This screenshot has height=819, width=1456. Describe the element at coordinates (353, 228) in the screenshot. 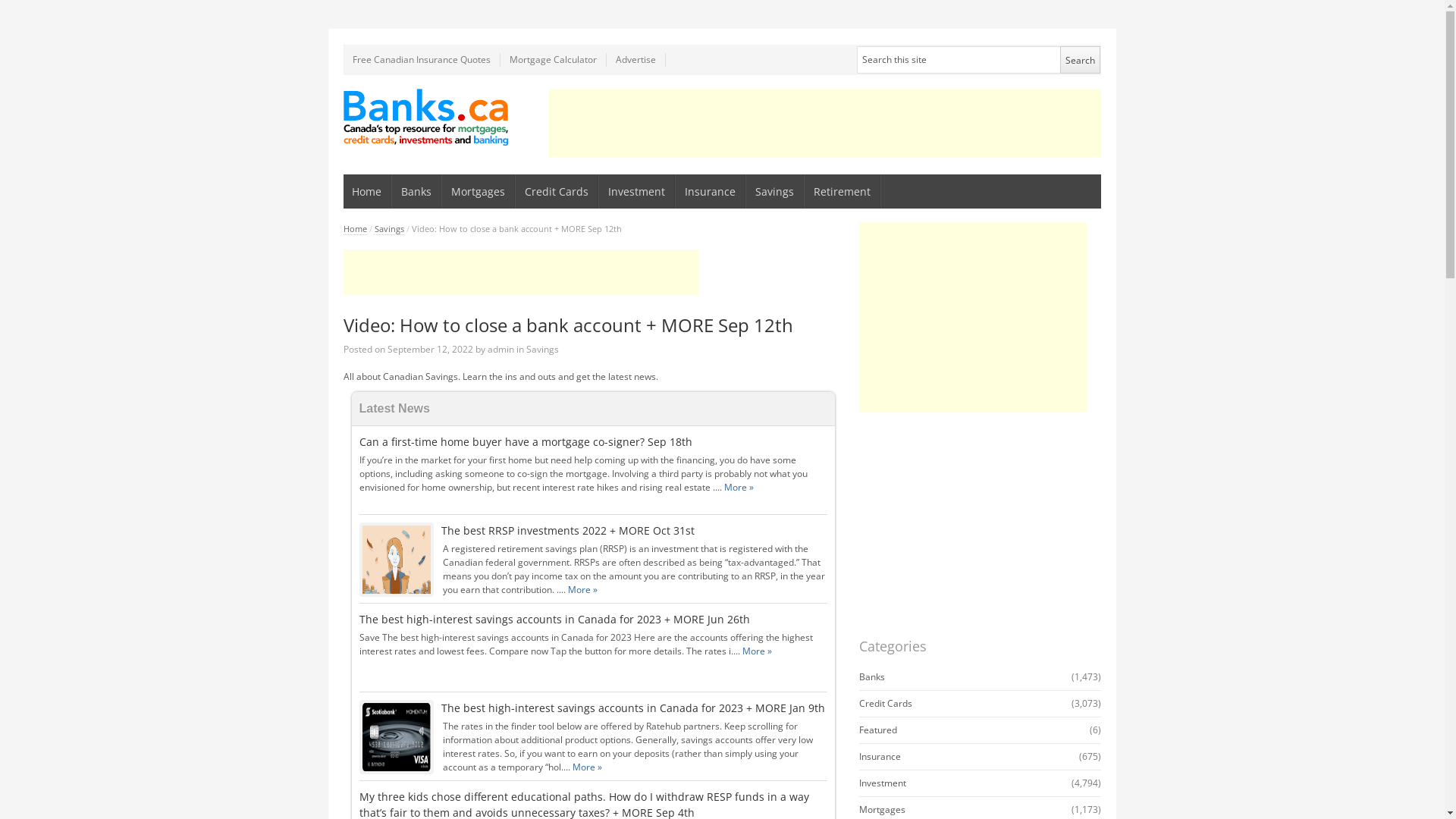

I see `'Home'` at that location.